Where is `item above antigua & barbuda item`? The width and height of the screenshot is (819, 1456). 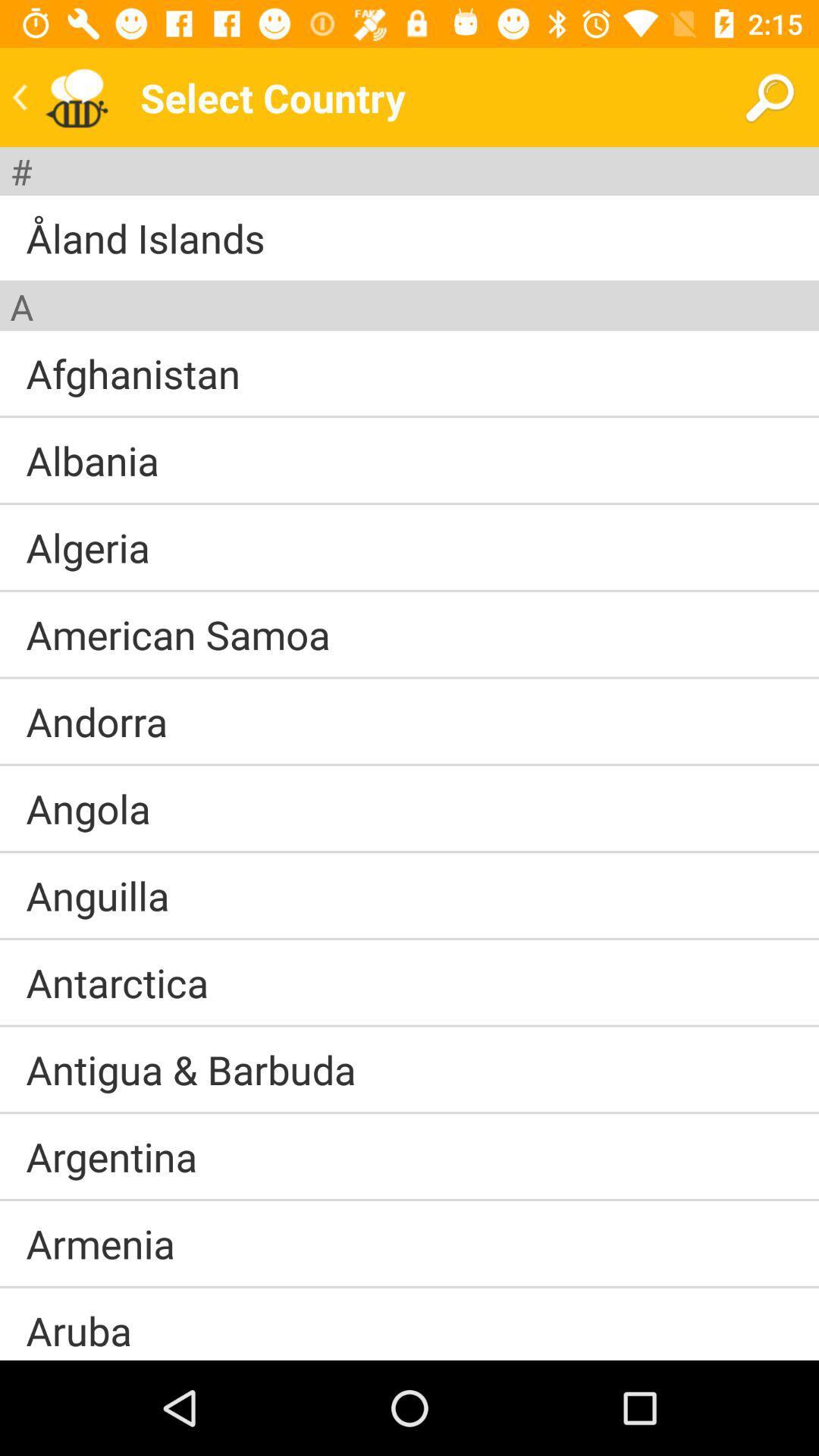
item above antigua & barbuda item is located at coordinates (409, 1026).